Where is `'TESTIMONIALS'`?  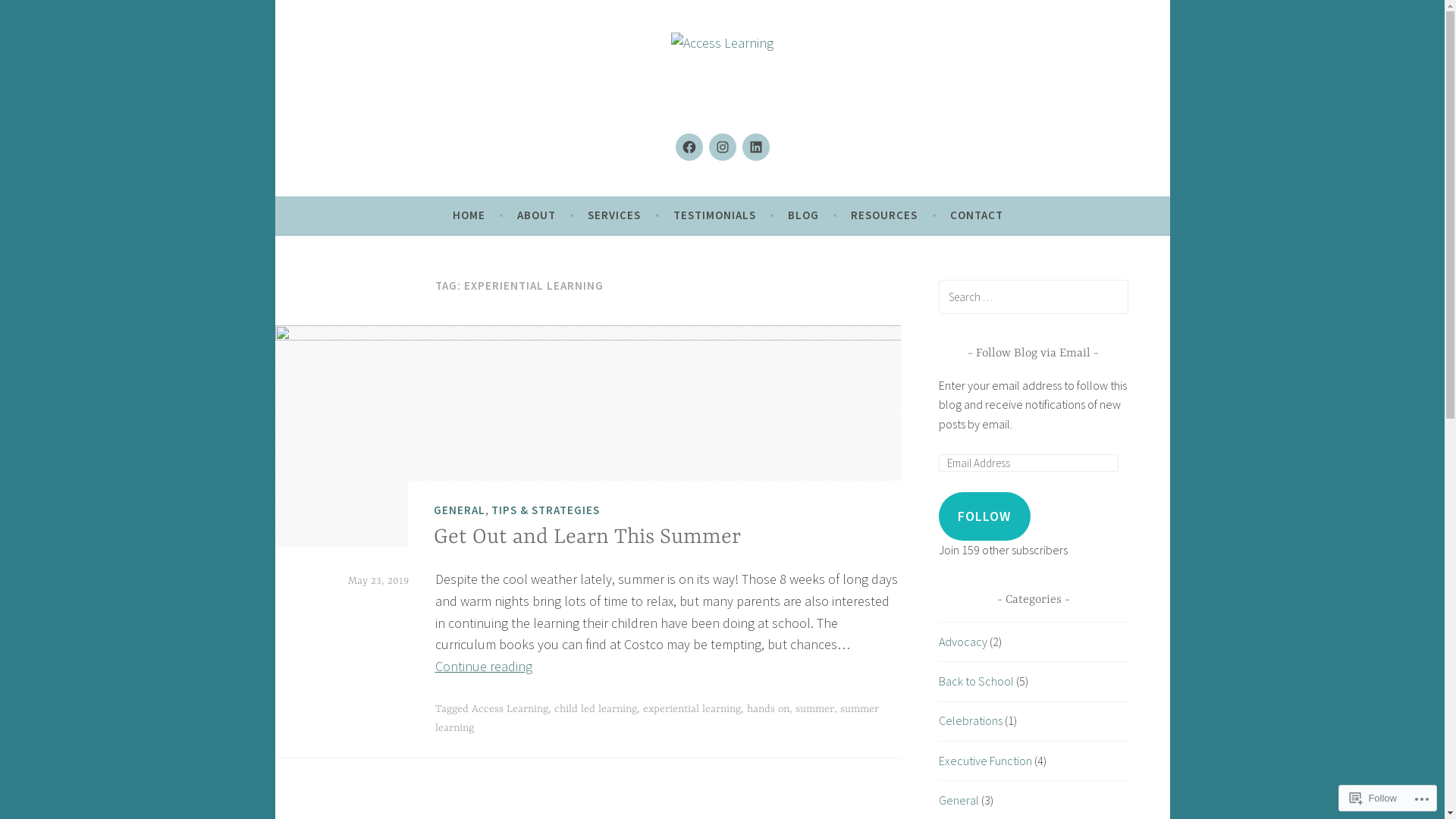
'TESTIMONIALS' is located at coordinates (714, 215).